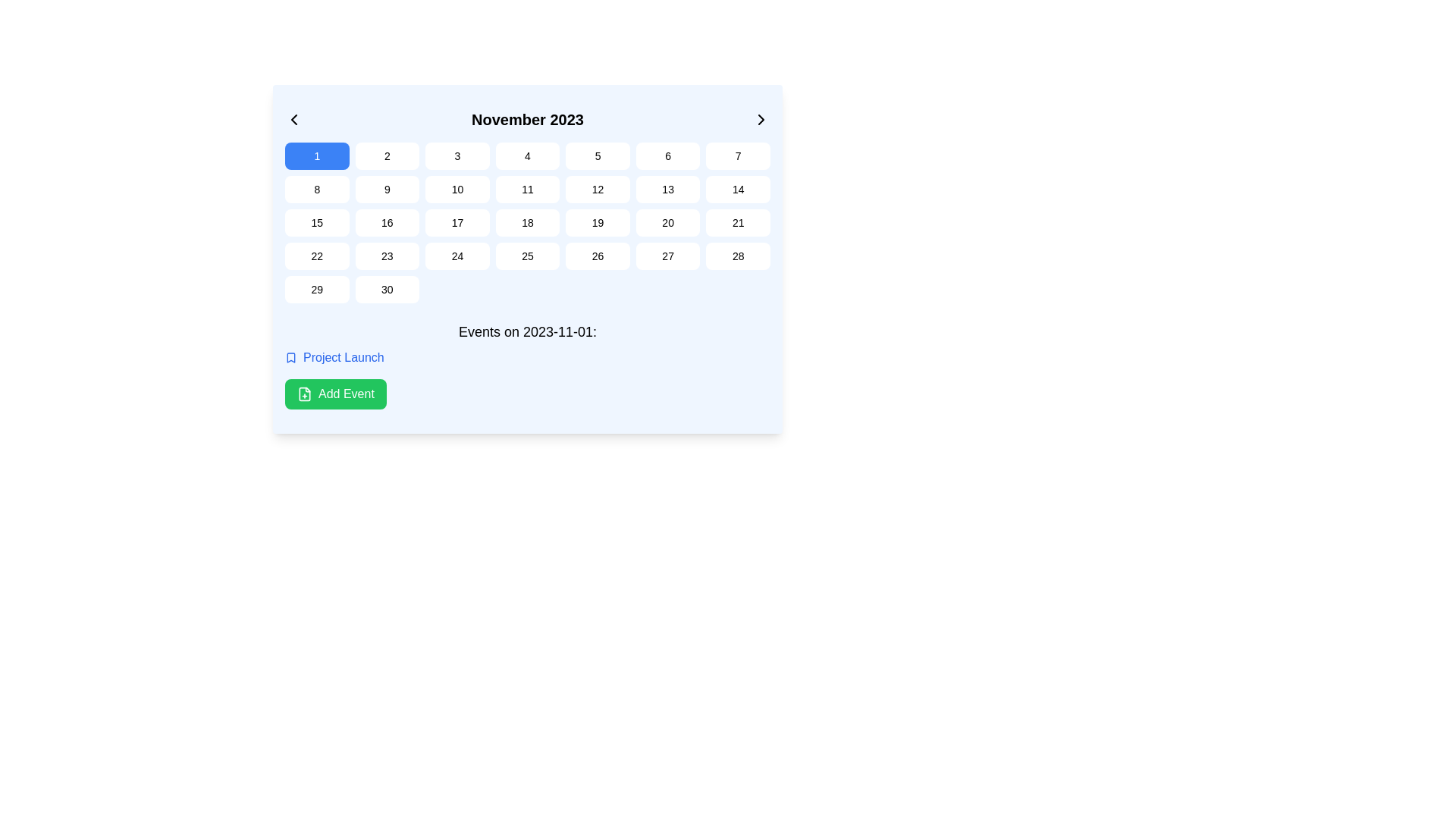  I want to click on the button that represents the date '17' in the calendar grid, so click(457, 222).